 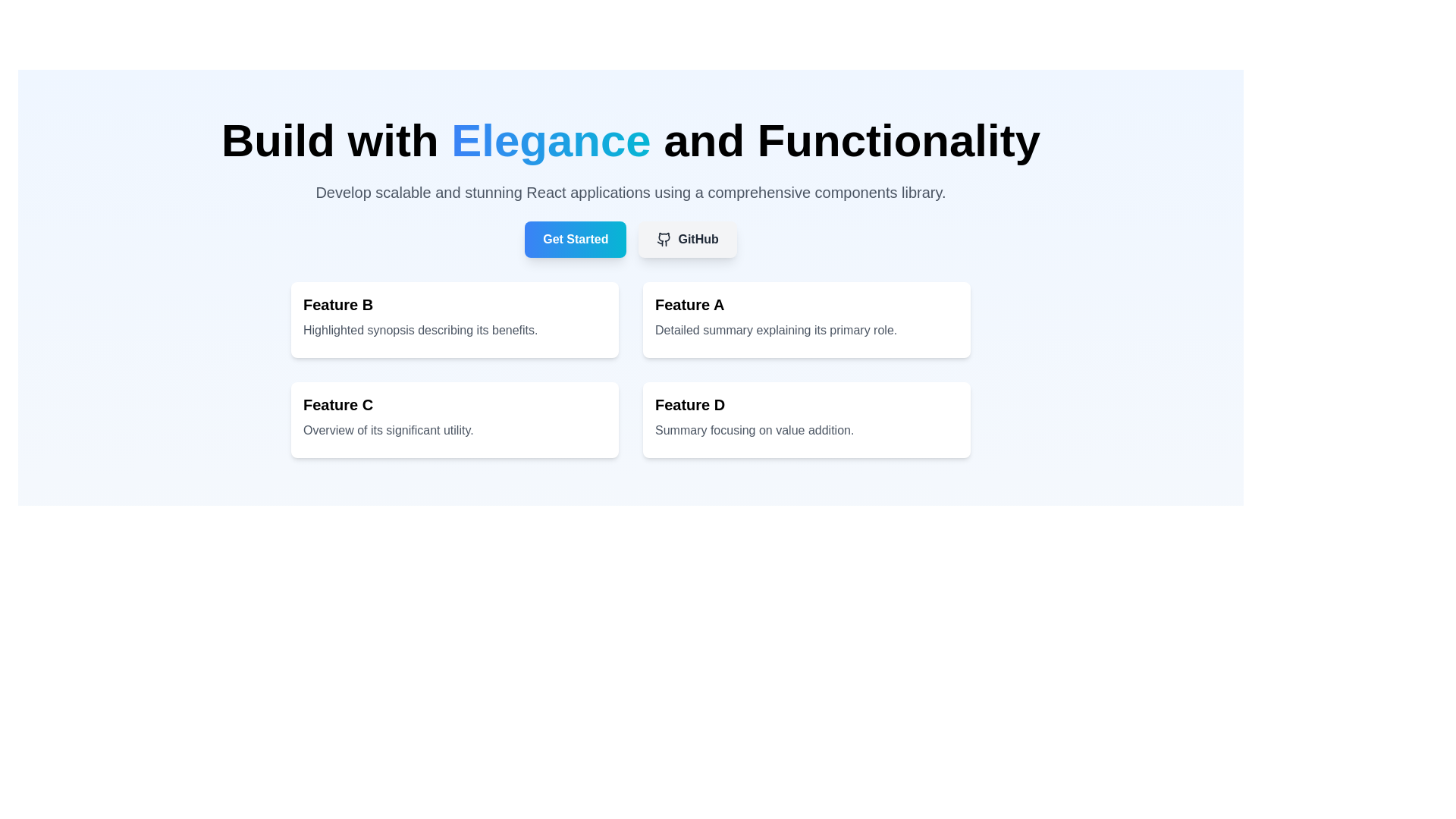 I want to click on the card with a white background and rounded corners that displays 'Feature A' at the top and a descriptive sentence below it, located in the first row and second column of the grid layout, so click(x=806, y=318).